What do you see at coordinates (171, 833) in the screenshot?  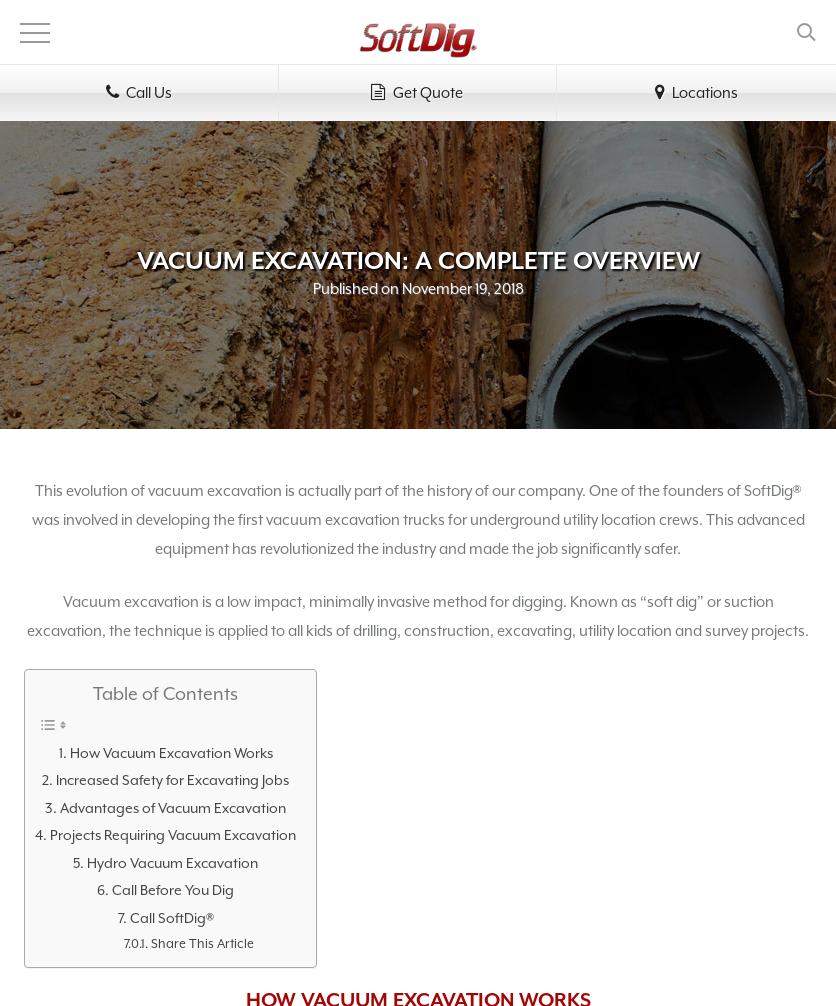 I see `'Projects Requiring Vacuum Excavation'` at bounding box center [171, 833].